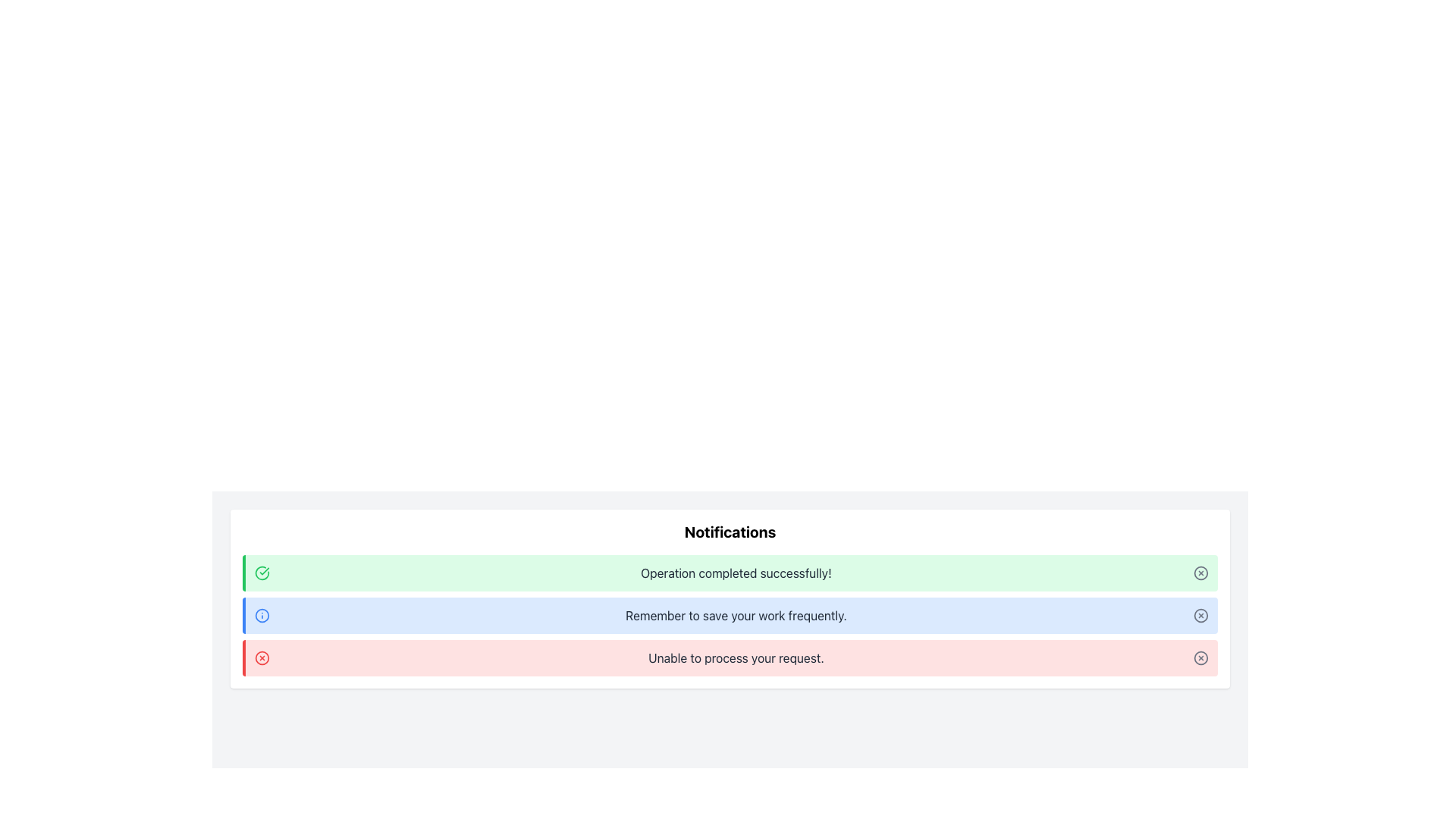 This screenshot has width=1456, height=819. I want to click on the circular red-bordered icon with a white background and red 'X' in the notification bar indicating 'Unable to process your request.' This icon is located on the left side of the notification bar as the first element, so click(262, 657).